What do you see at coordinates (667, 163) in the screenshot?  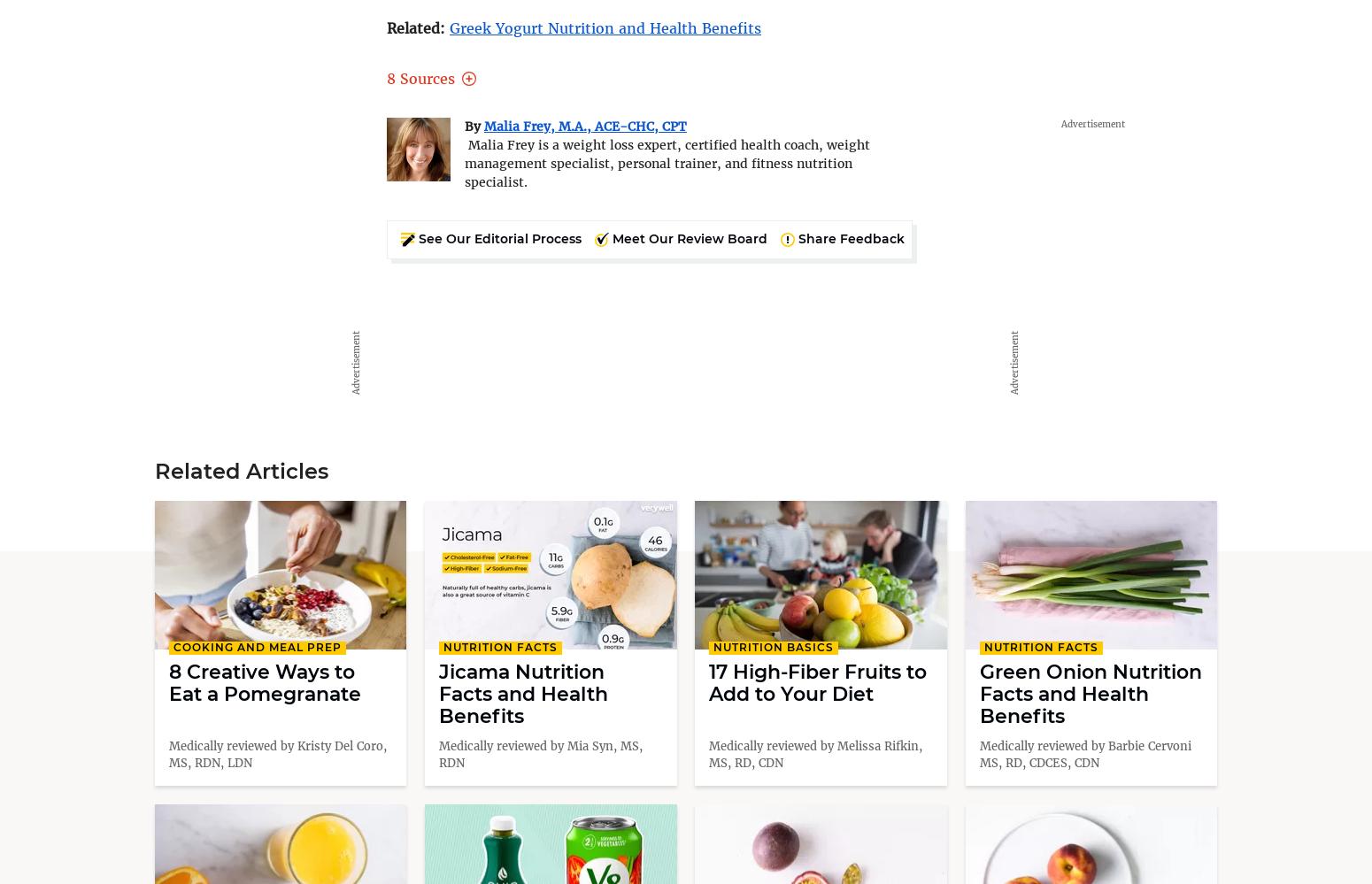 I see `'Malia Frey is a weight loss expert, certified health coach, weight management specialist, personal trainer​, and fitness nutrition specialist.'` at bounding box center [667, 163].